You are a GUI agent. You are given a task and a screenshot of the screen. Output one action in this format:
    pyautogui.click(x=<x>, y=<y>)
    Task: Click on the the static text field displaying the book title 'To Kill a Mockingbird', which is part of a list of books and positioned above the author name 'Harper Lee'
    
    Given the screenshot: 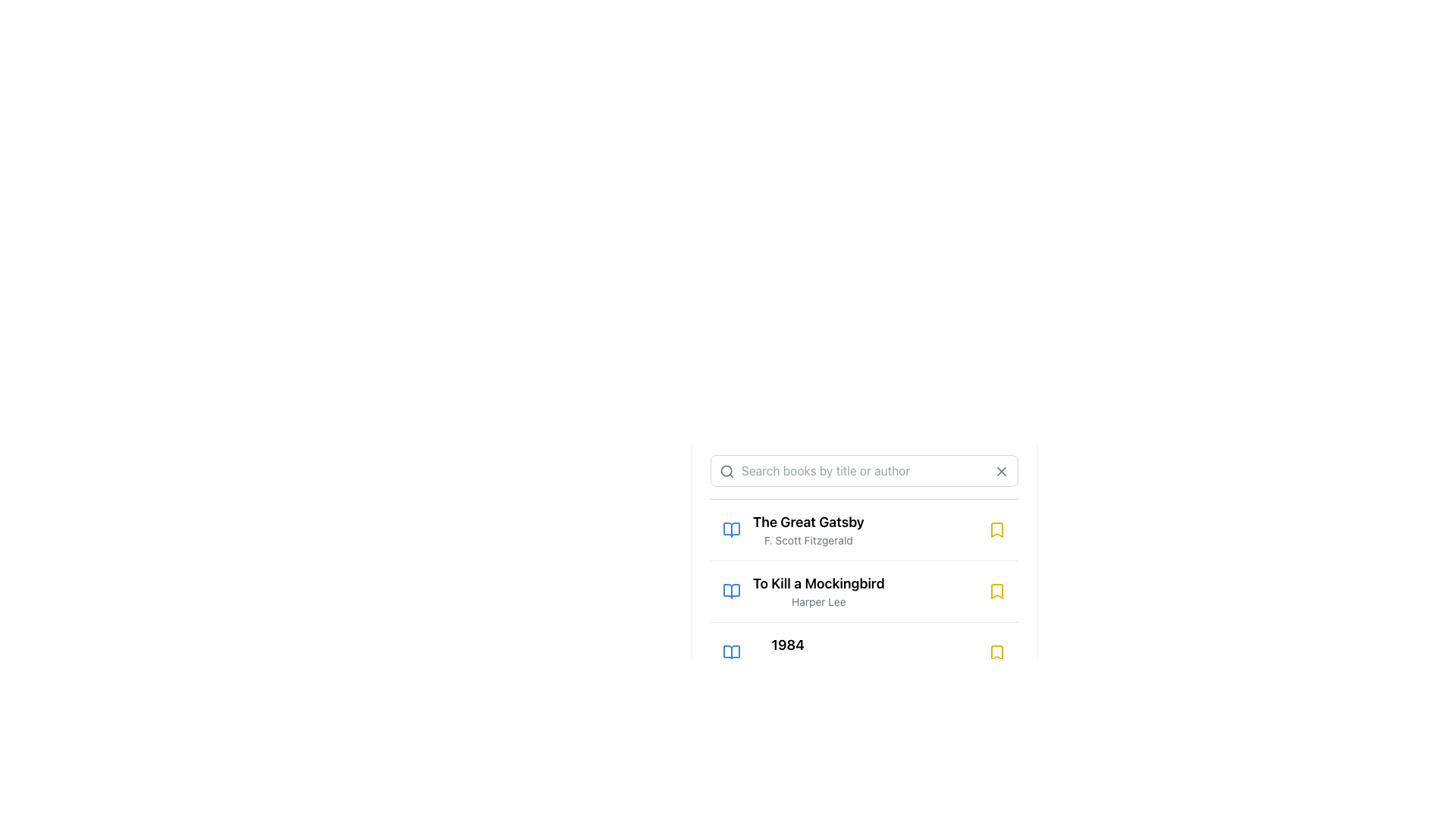 What is the action you would take?
    pyautogui.click(x=817, y=583)
    